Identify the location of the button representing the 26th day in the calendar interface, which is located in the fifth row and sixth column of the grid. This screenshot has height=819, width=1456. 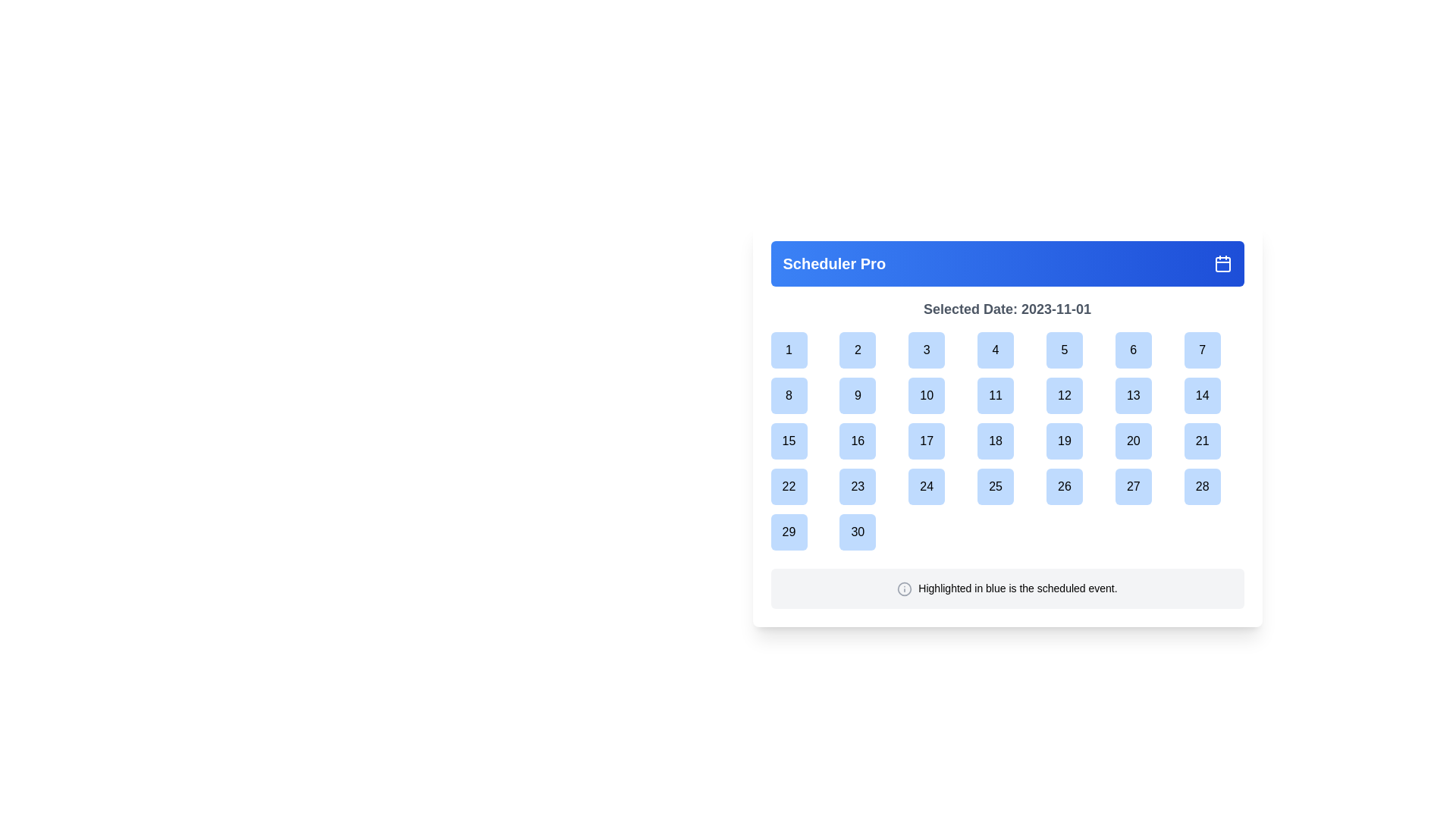
(1075, 486).